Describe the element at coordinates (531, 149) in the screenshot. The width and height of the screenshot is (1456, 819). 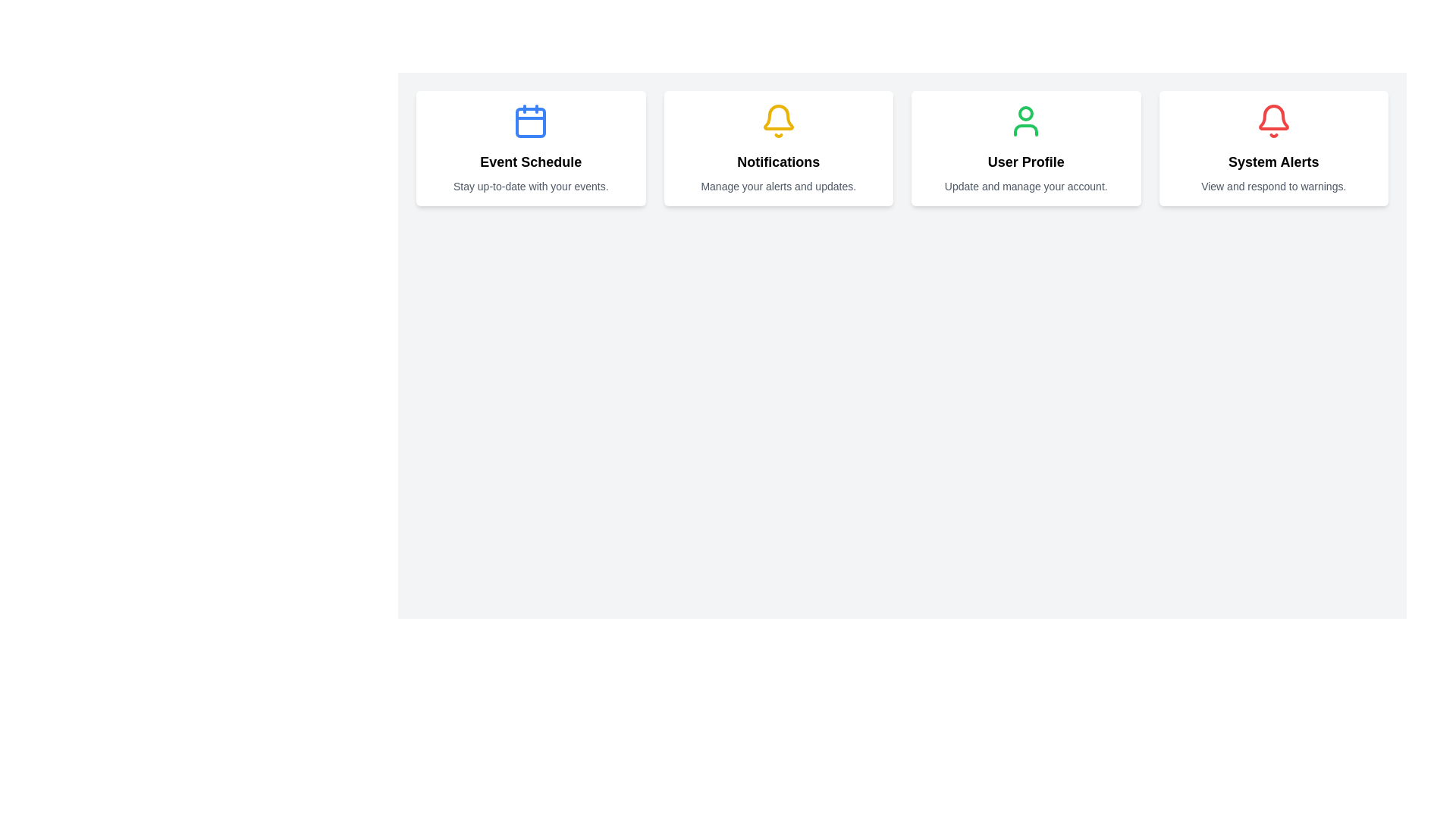
I see `the Informational card for the 'Event Schedule' feature located in the top-left corner of the grid layout` at that location.